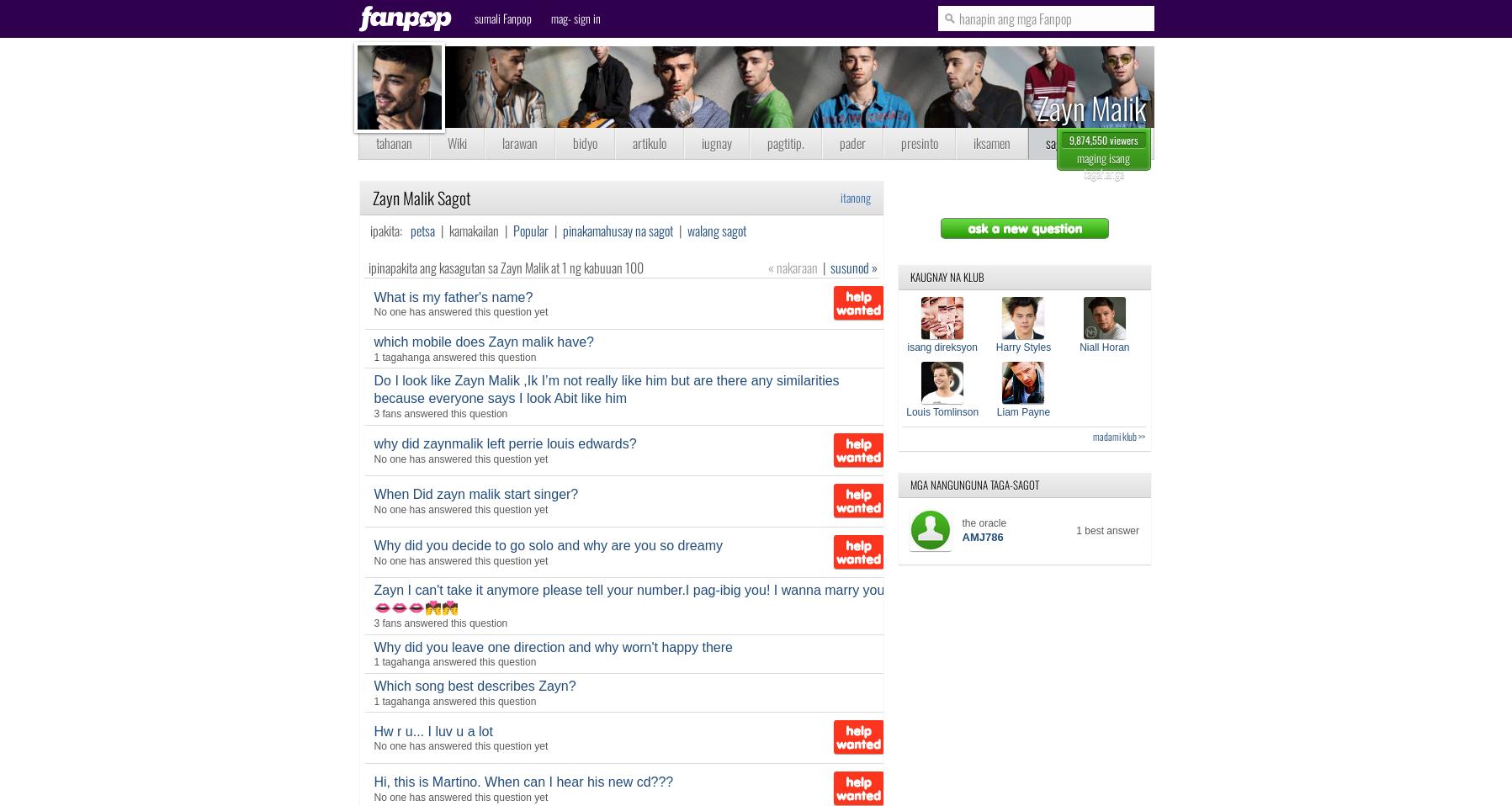 The width and height of the screenshot is (1512, 806). I want to click on 'pagtitip.', so click(785, 141).